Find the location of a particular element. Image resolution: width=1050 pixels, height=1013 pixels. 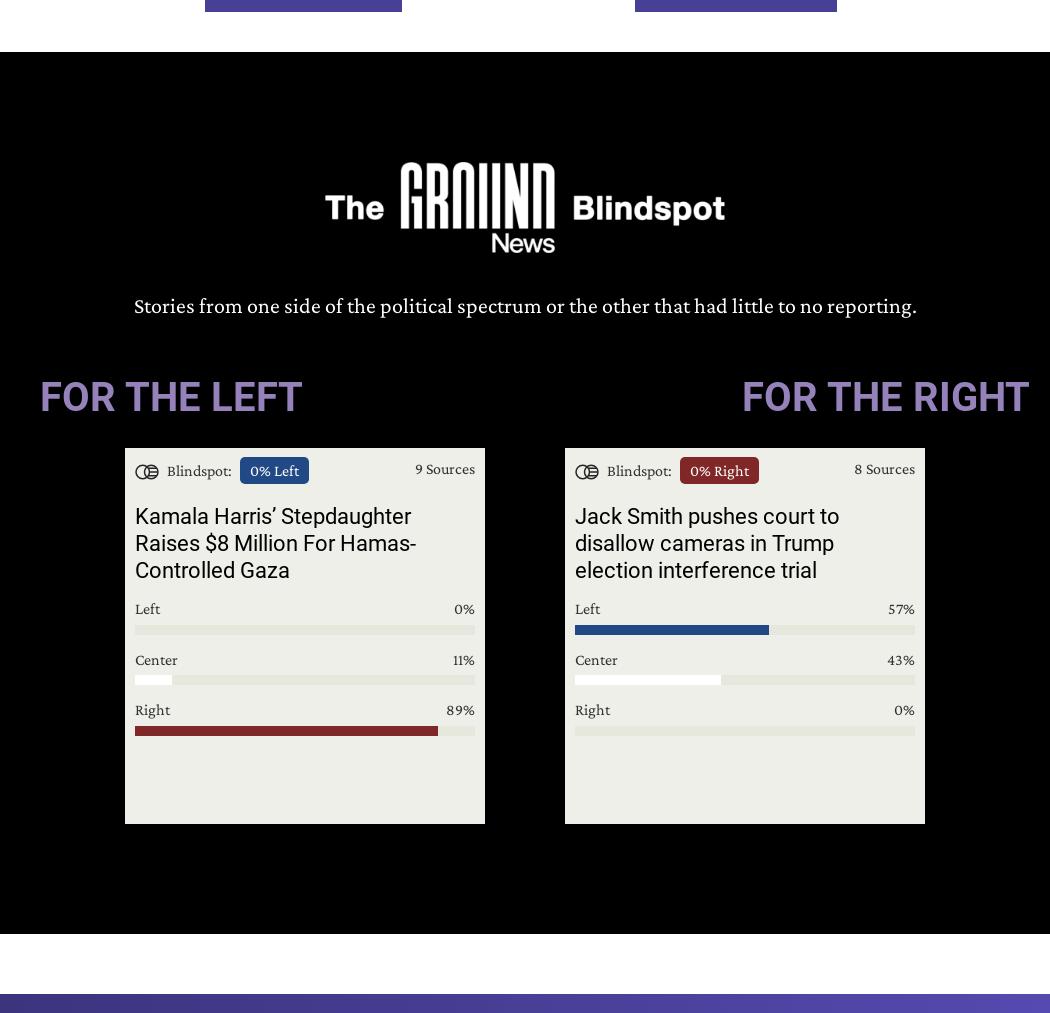

'11%' is located at coordinates (463, 657).